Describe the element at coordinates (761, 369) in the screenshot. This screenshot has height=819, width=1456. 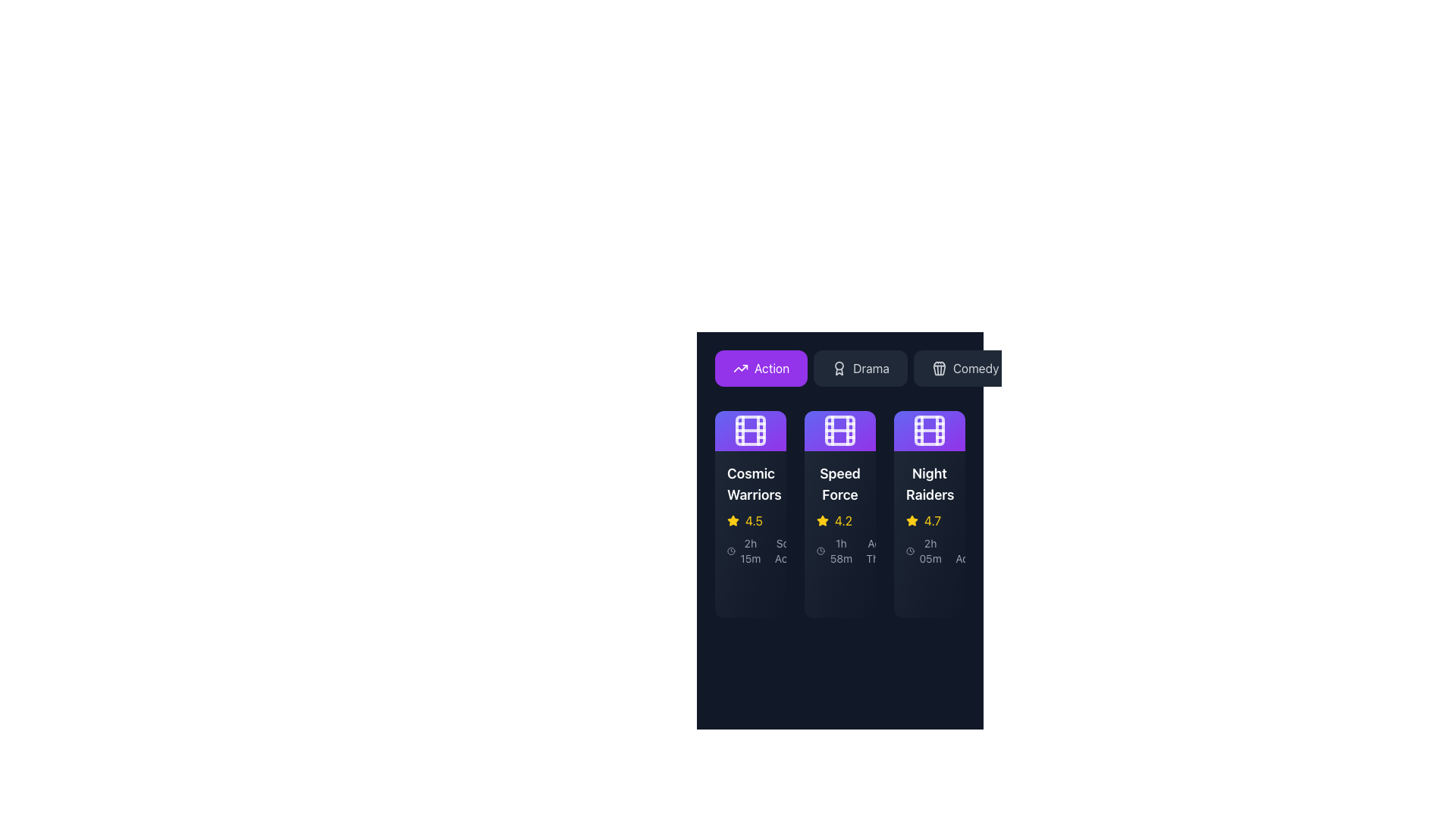
I see `the first button in the horizontal group at the top left of the interface, which has a purple background, rounded edges, an upward trend graph icon, and the label 'Action'` at that location.